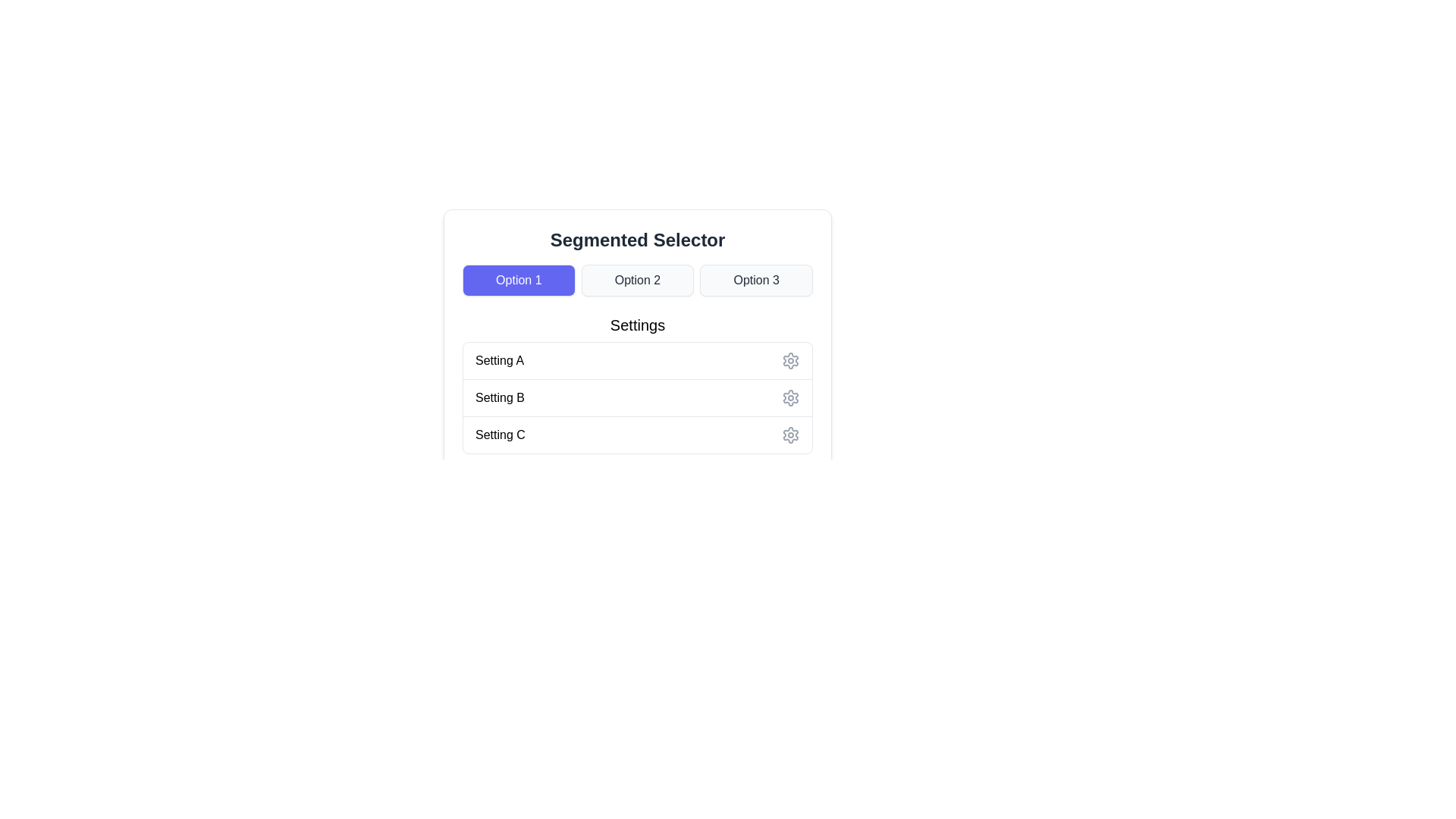 The width and height of the screenshot is (1456, 819). What do you see at coordinates (637, 435) in the screenshot?
I see `the 'Setting C' list item option, which allows the user` at bounding box center [637, 435].